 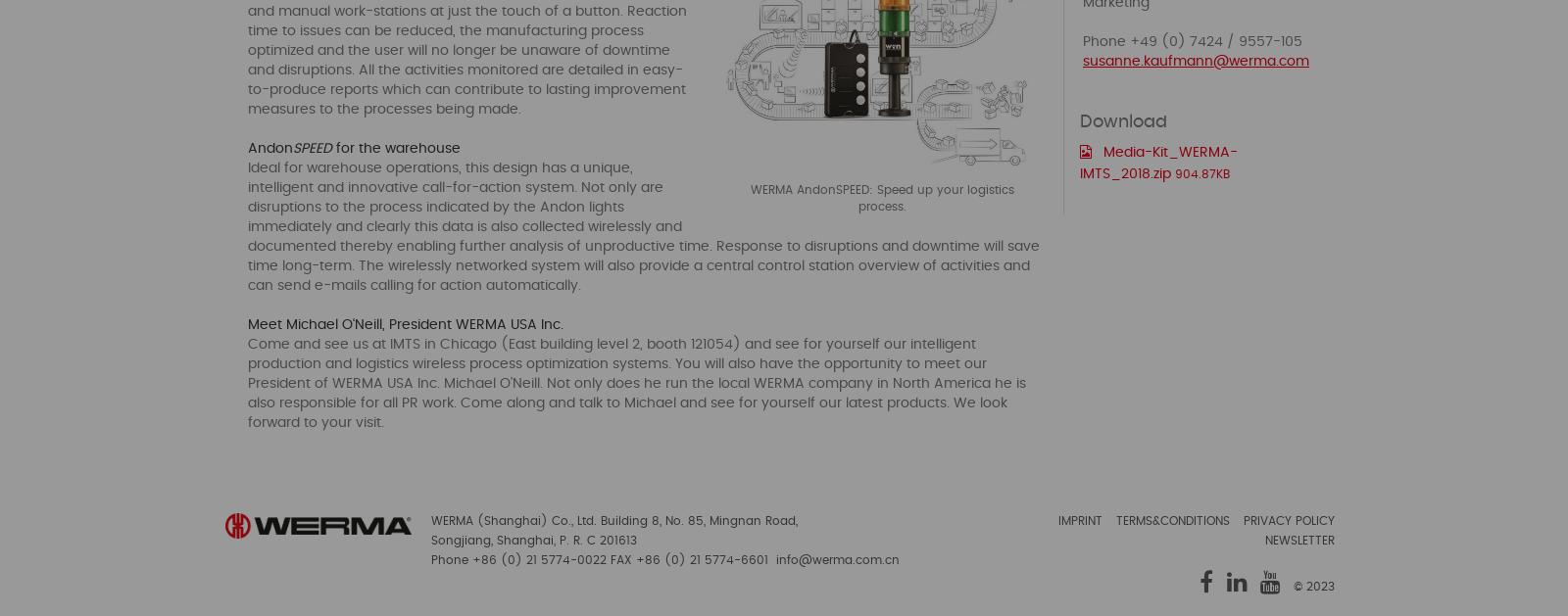 I want to click on '© 2023', so click(x=1311, y=585).